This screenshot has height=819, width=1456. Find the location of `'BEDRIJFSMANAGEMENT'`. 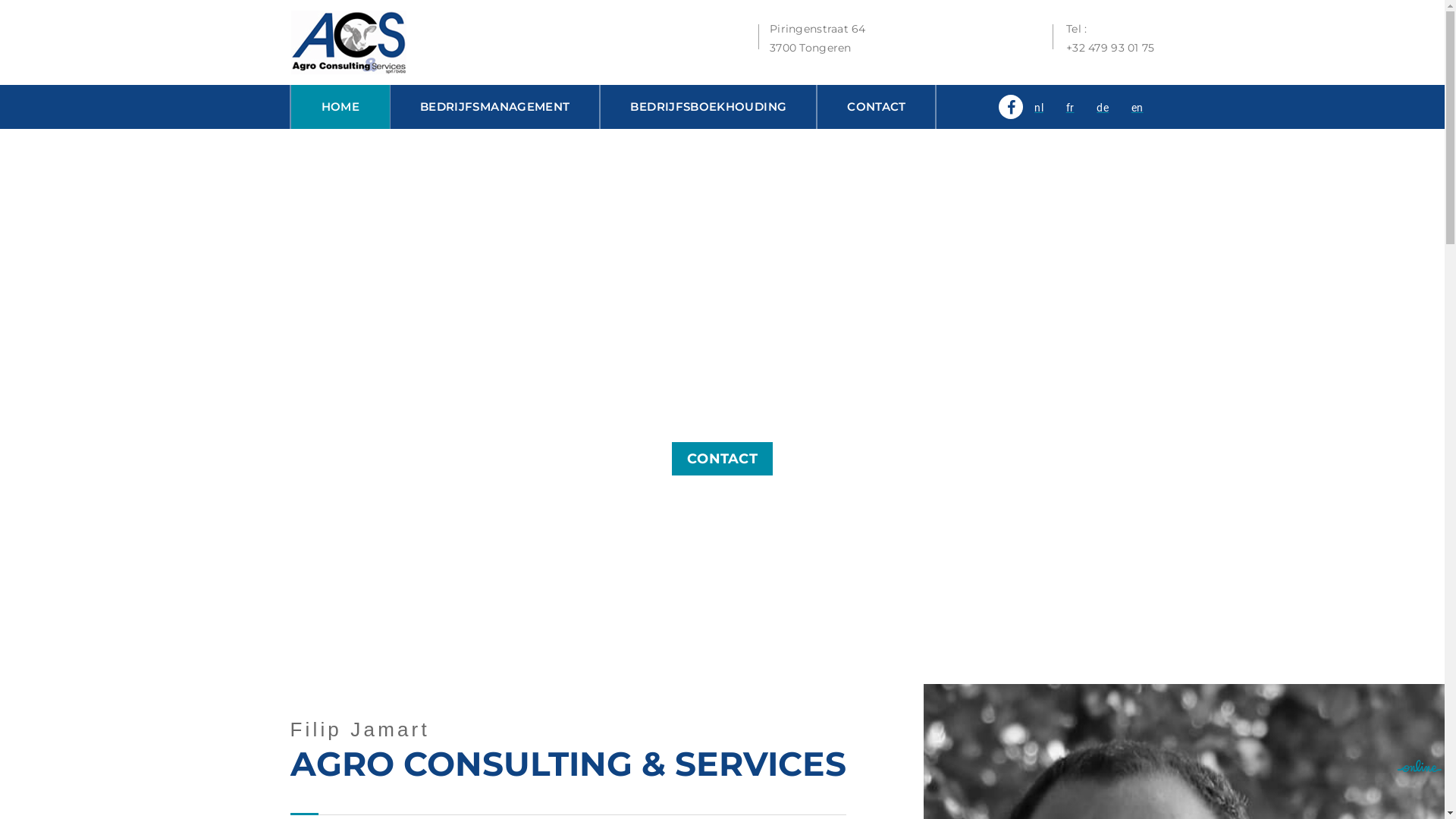

'BEDRIJFSMANAGEMENT' is located at coordinates (494, 106).